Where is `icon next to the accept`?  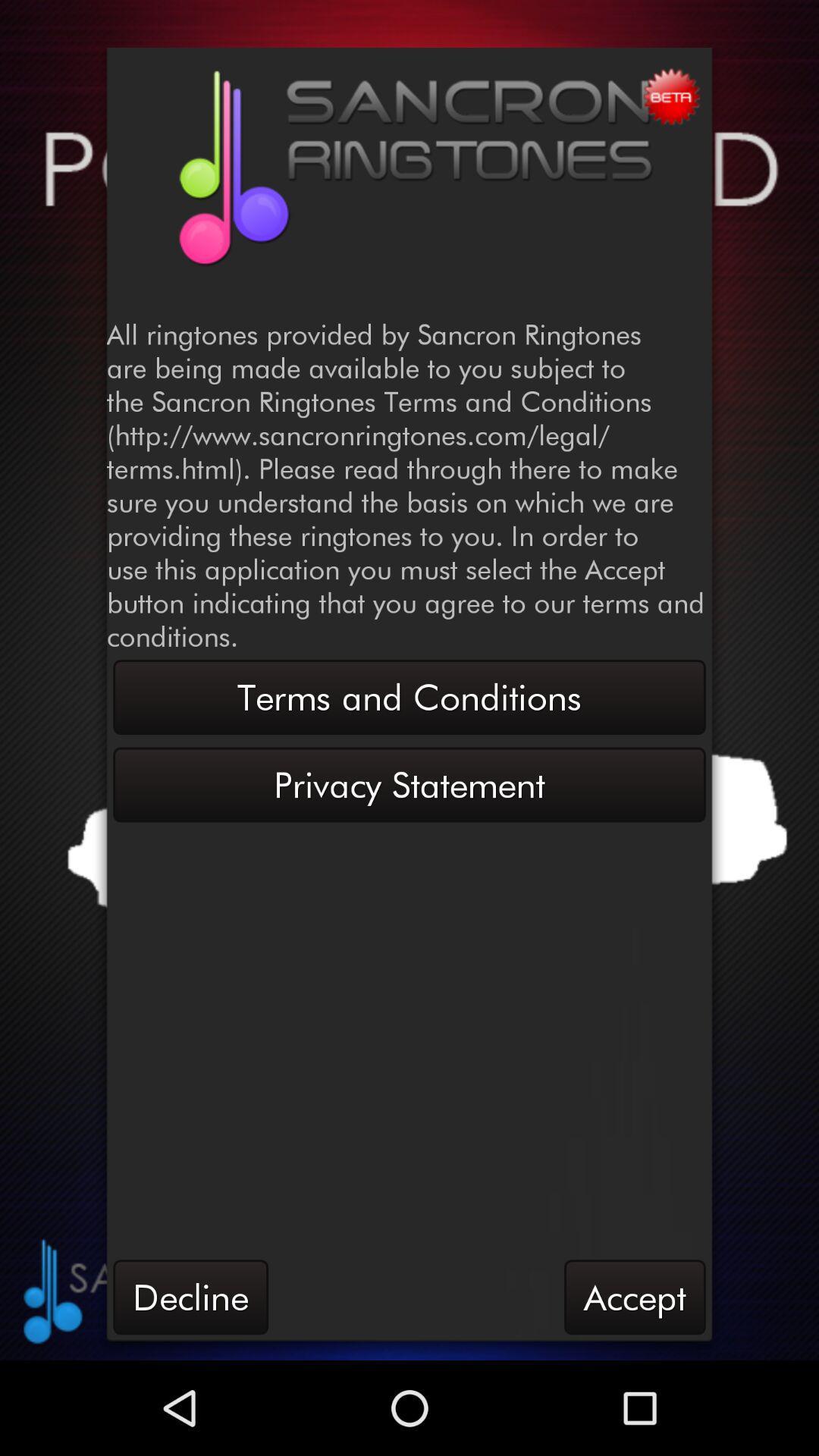
icon next to the accept is located at coordinates (190, 1296).